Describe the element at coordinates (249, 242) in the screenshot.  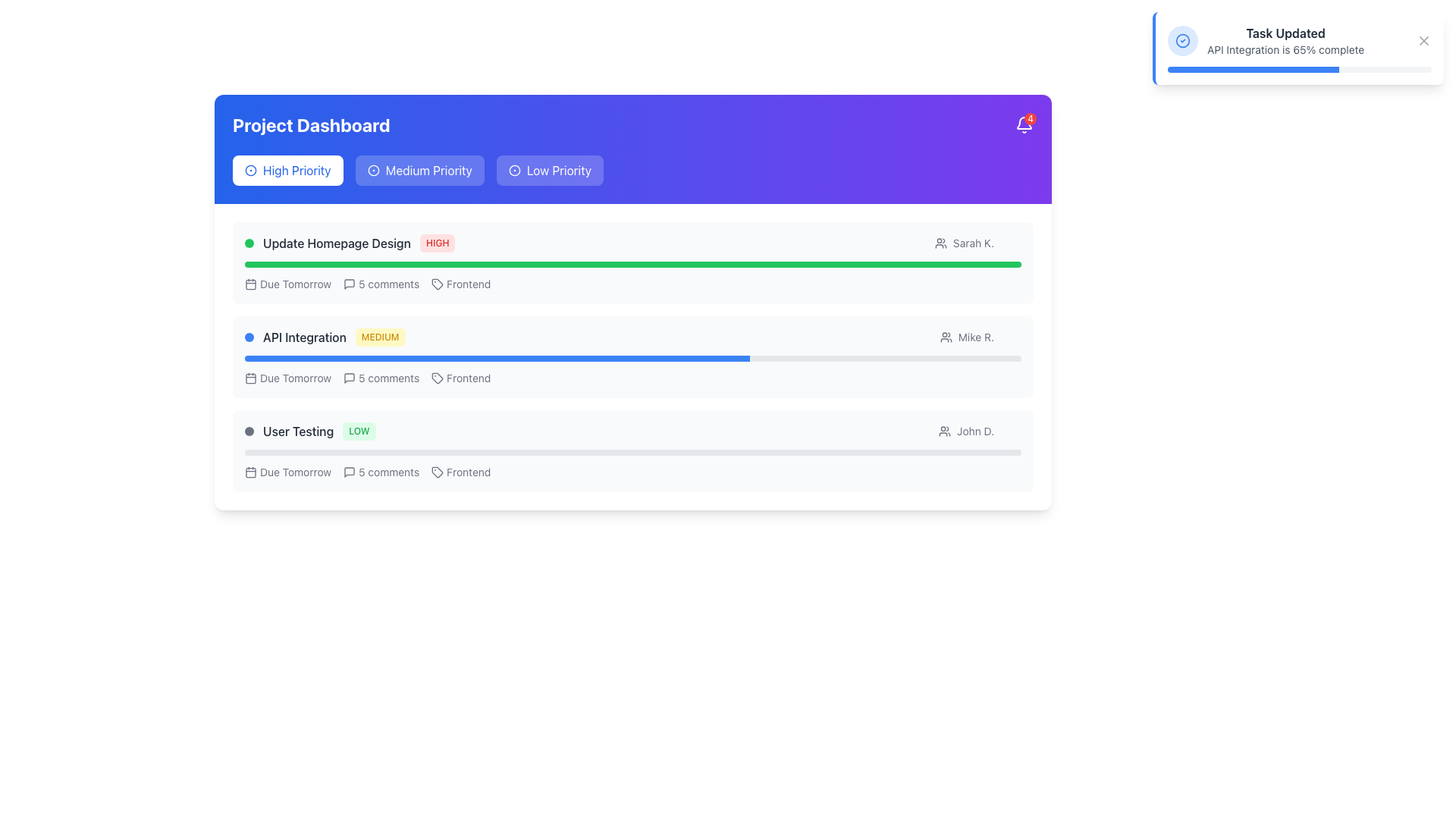
I see `the small circular icon with a vivid green background, located before the text 'Update Homepage Design' and the badge labeled 'HIGH'` at that location.